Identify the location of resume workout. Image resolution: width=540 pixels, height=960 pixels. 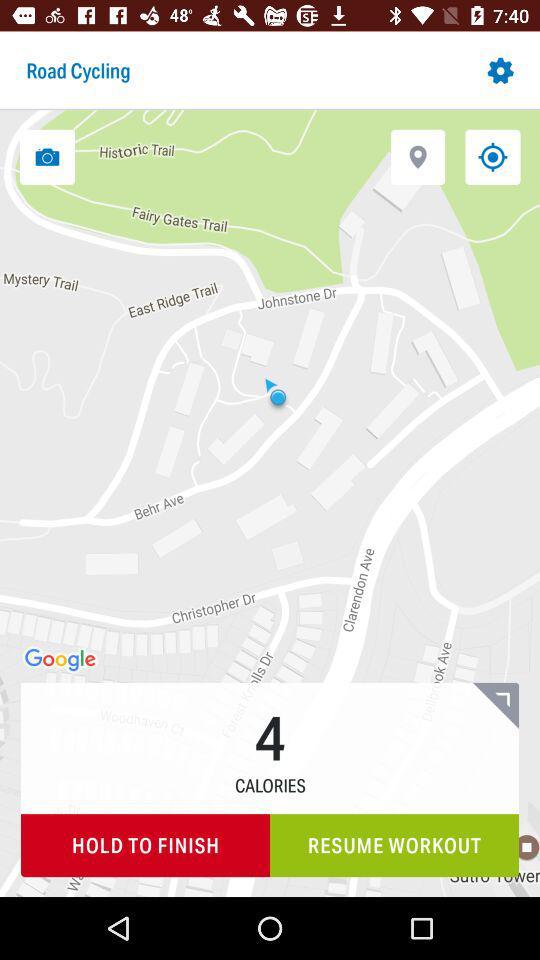
(394, 844).